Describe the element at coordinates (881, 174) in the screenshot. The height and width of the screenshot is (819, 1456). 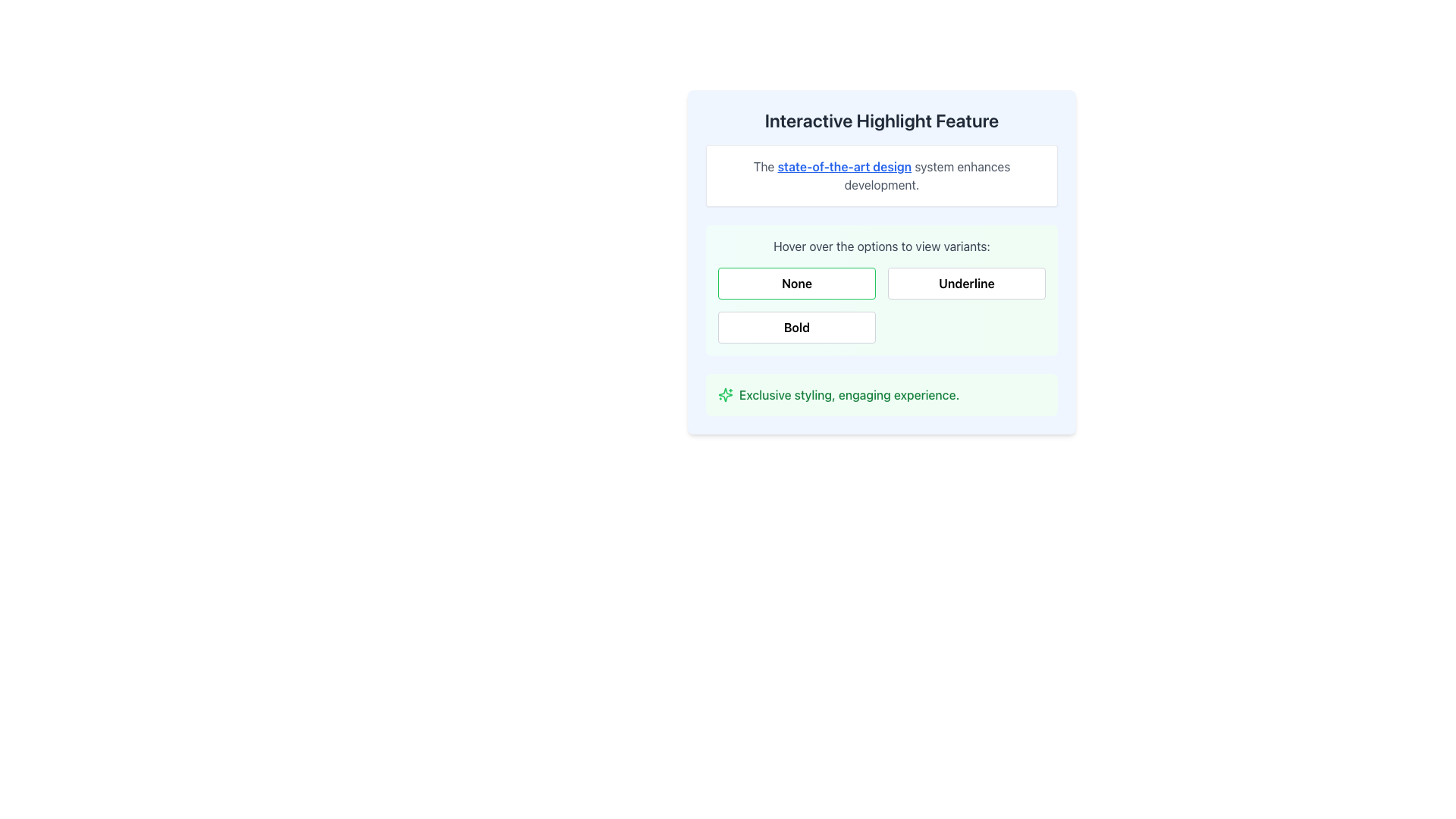
I see `text block displaying: "The state-of-the-art design system enhances development." which is centrally located in the feature description box, above the interactive styling buttons` at that location.